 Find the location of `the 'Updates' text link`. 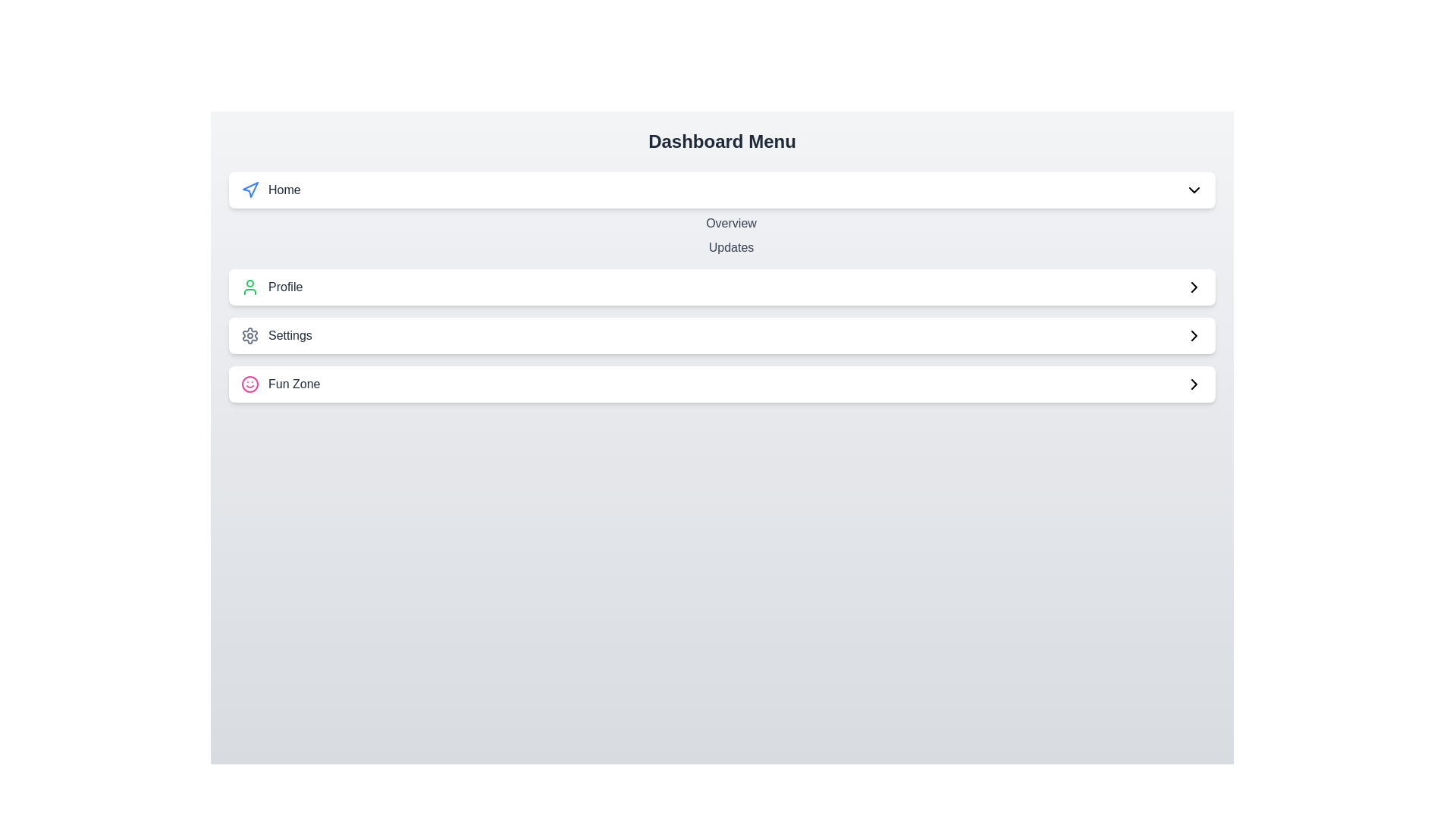

the 'Updates' text link is located at coordinates (731, 236).